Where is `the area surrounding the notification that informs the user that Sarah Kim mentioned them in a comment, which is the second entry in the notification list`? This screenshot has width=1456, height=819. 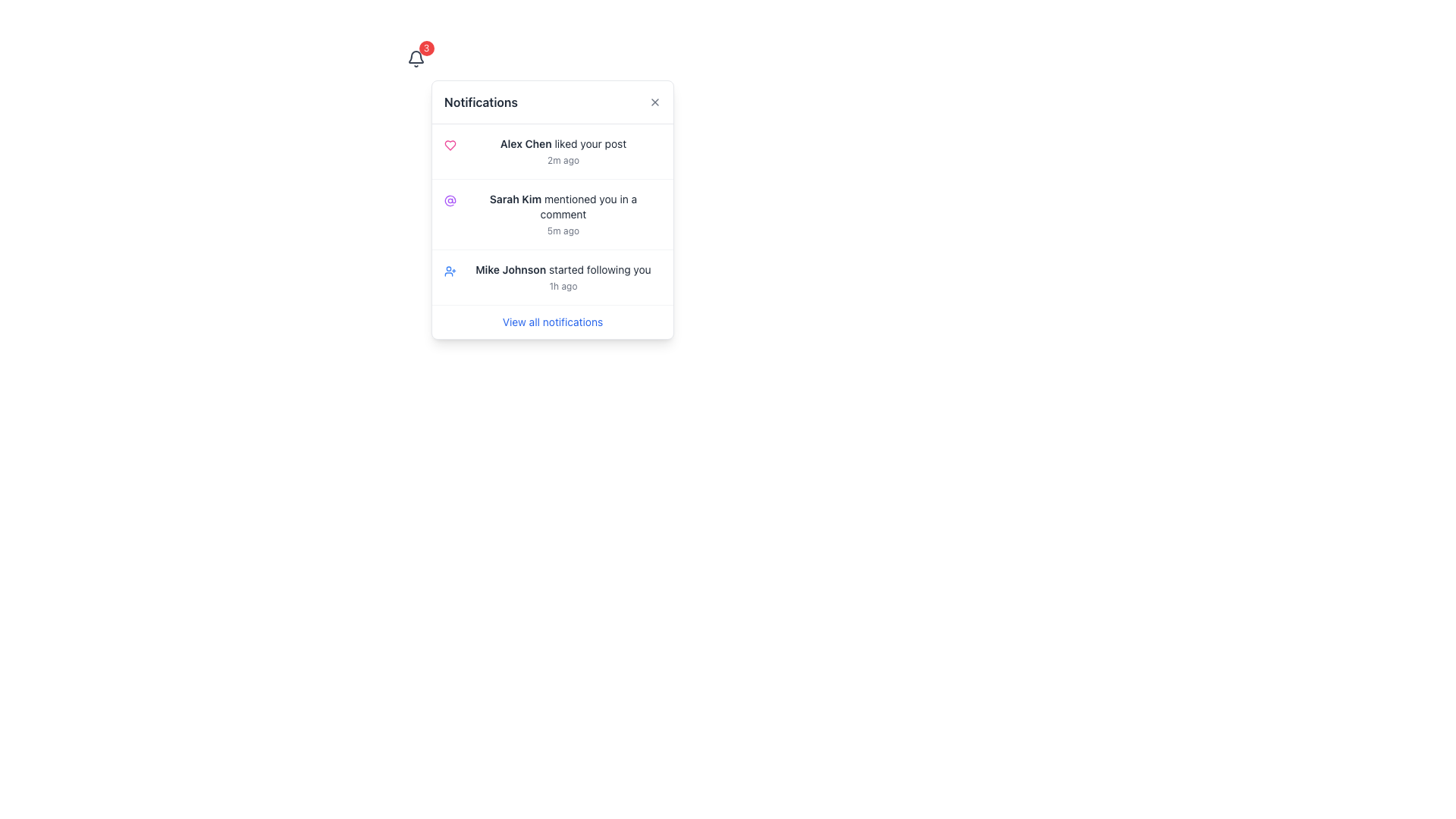 the area surrounding the notification that informs the user that Sarah Kim mentioned them in a comment, which is the second entry in the notification list is located at coordinates (563, 207).